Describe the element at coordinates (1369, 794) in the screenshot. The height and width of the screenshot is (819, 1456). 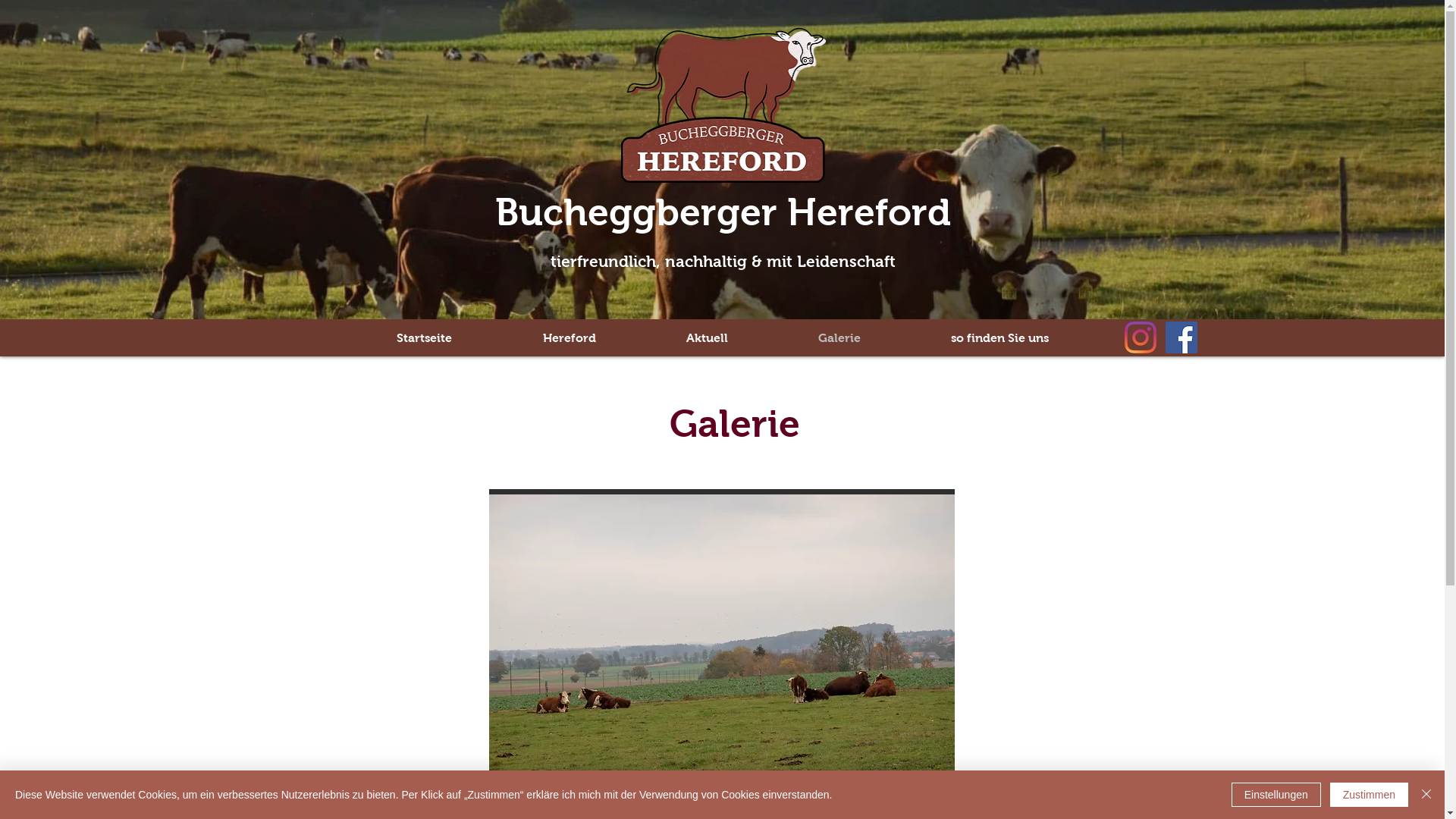
I see `'Zustimmen'` at that location.